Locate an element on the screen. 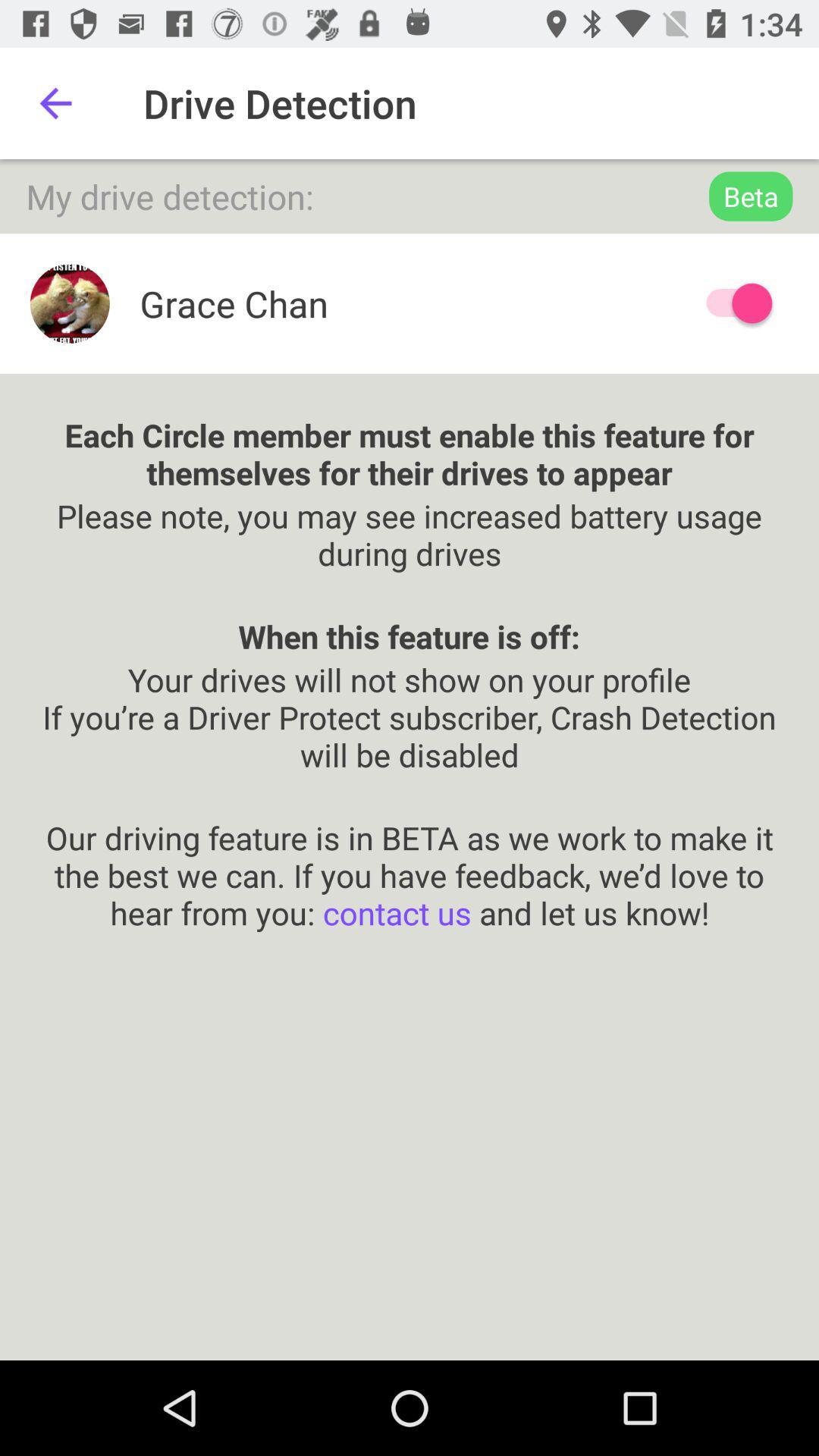 The width and height of the screenshot is (819, 1456). driver is located at coordinates (731, 303).